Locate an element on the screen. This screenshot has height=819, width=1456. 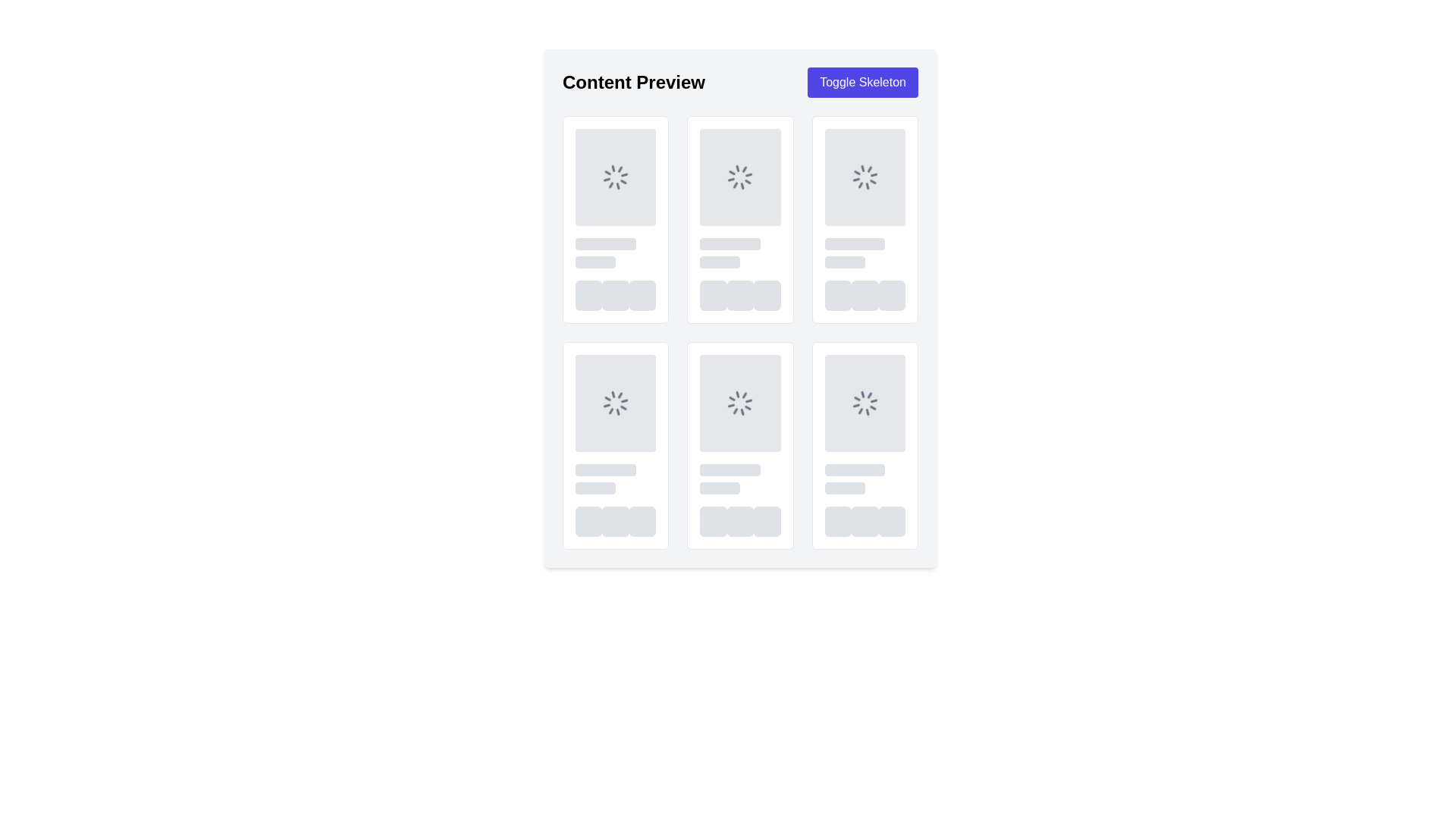
the Loader animation or spinner component located in the upper part of the interface, specifically inside the third box in the first row of a grid layout, to indicate loading or processing is located at coordinates (864, 177).